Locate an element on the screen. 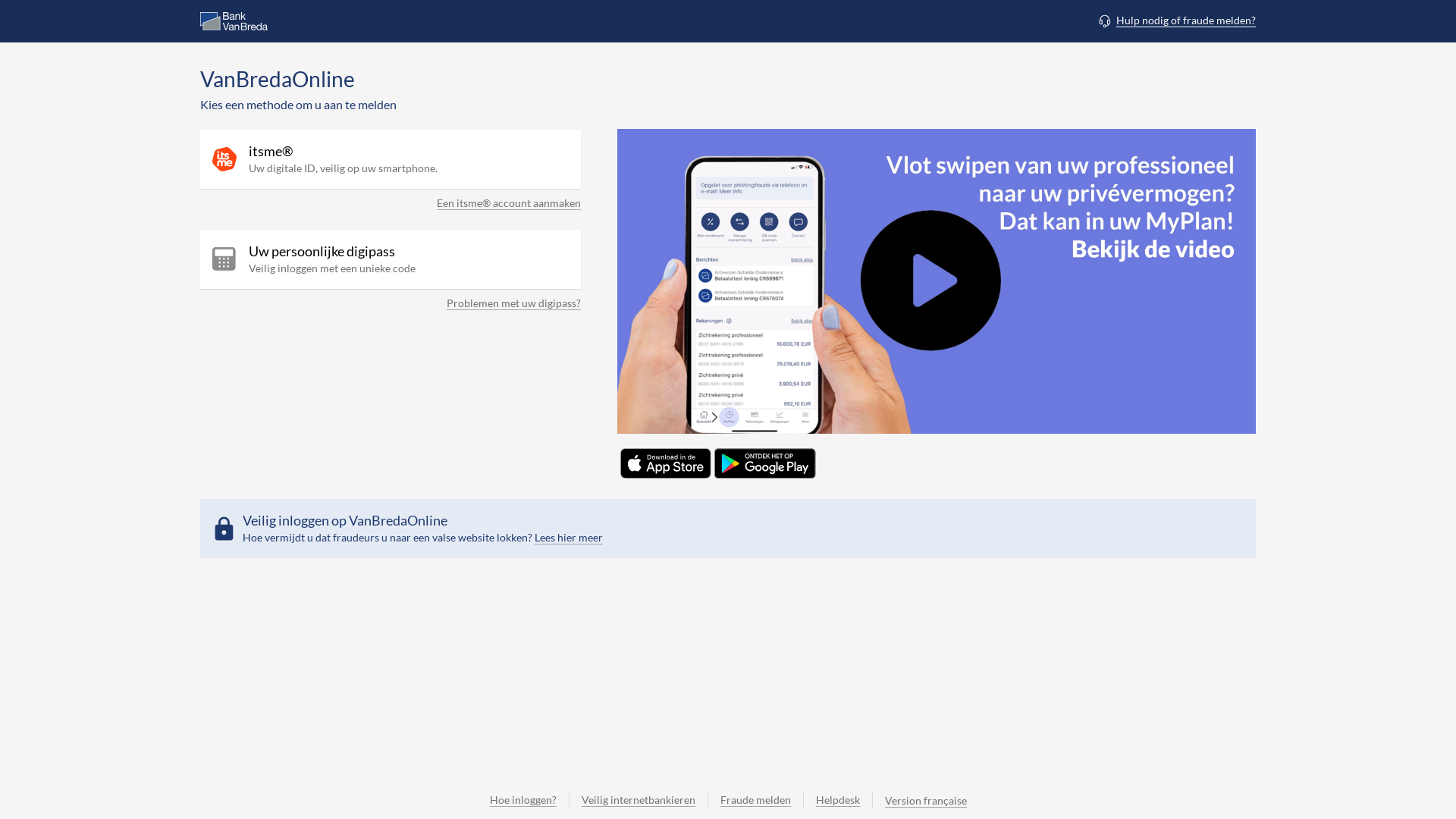  'Hulp nodig of fraude melden?' is located at coordinates (1175, 20).